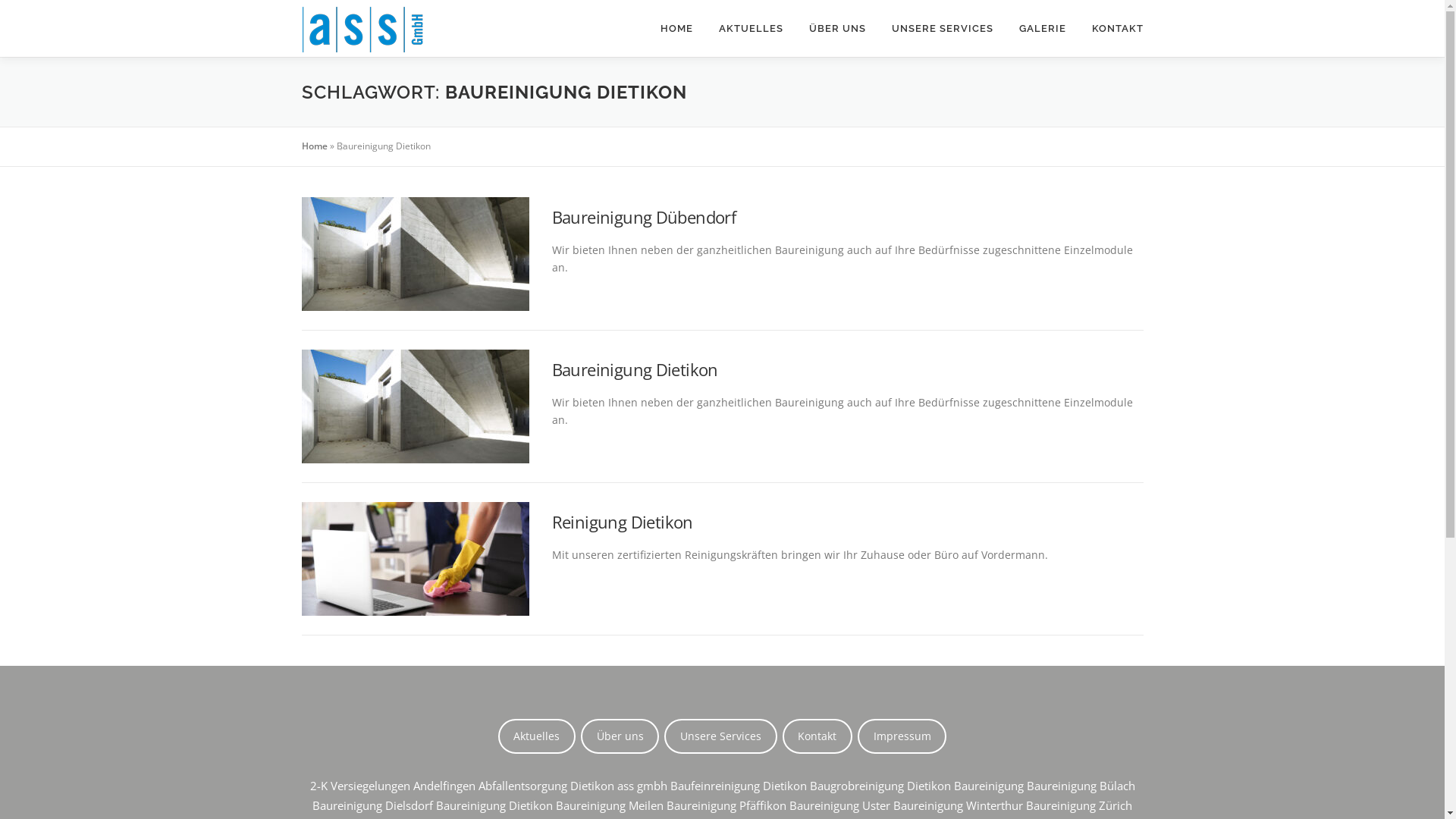  I want to click on 'Baureinigung Meilen', so click(610, 804).